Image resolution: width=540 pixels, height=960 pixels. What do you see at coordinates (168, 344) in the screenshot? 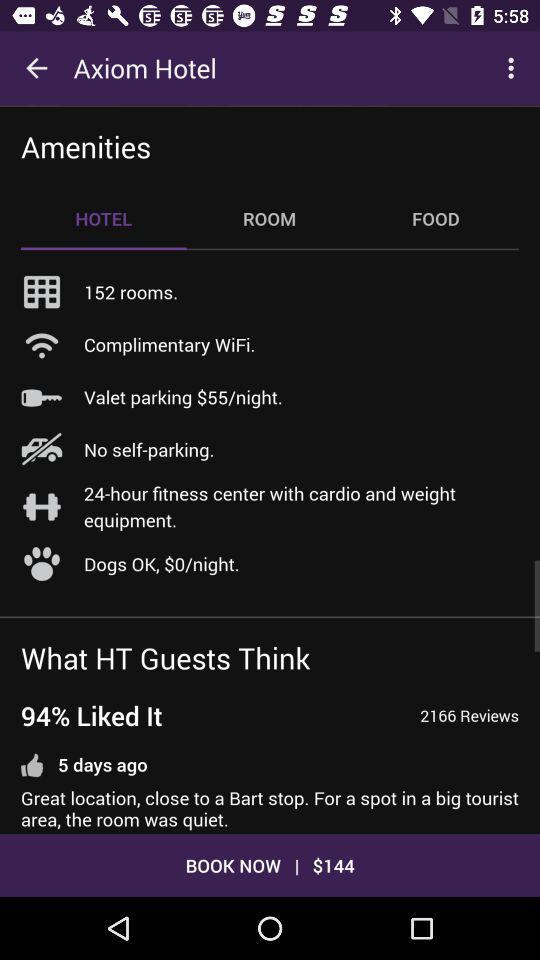
I see `the complimentary wifi.` at bounding box center [168, 344].